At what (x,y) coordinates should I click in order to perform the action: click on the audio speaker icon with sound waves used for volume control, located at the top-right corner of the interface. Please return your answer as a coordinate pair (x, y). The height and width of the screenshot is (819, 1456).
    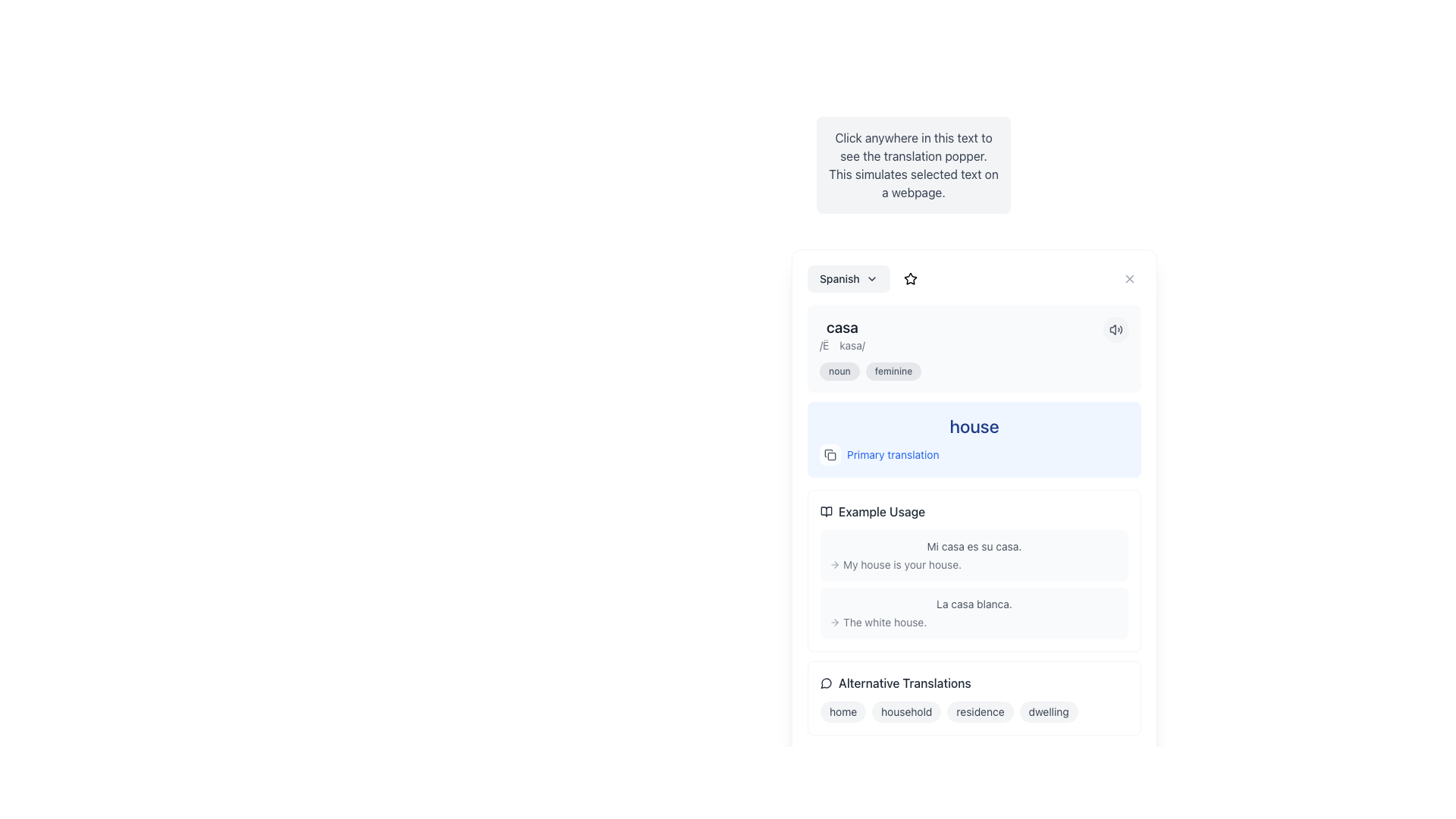
    Looking at the image, I should click on (1116, 329).